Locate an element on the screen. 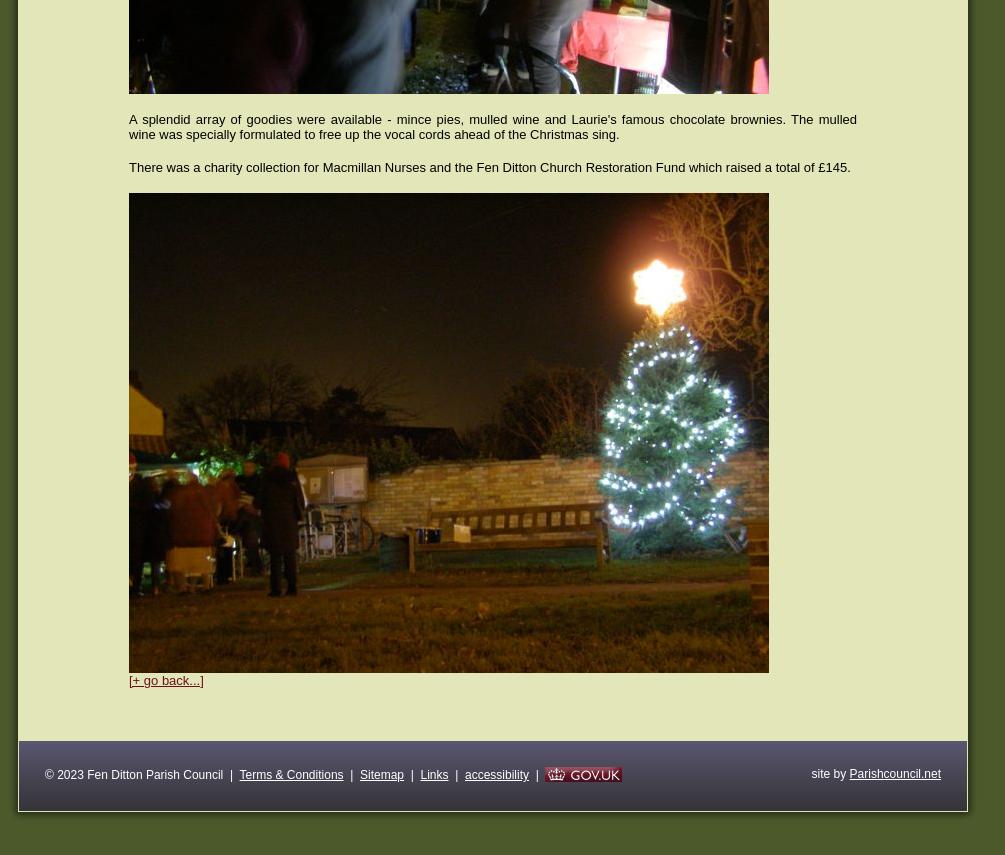 The width and height of the screenshot is (1005, 855). '© 2023 Fen Ditton Parish Council  |' is located at coordinates (142, 773).